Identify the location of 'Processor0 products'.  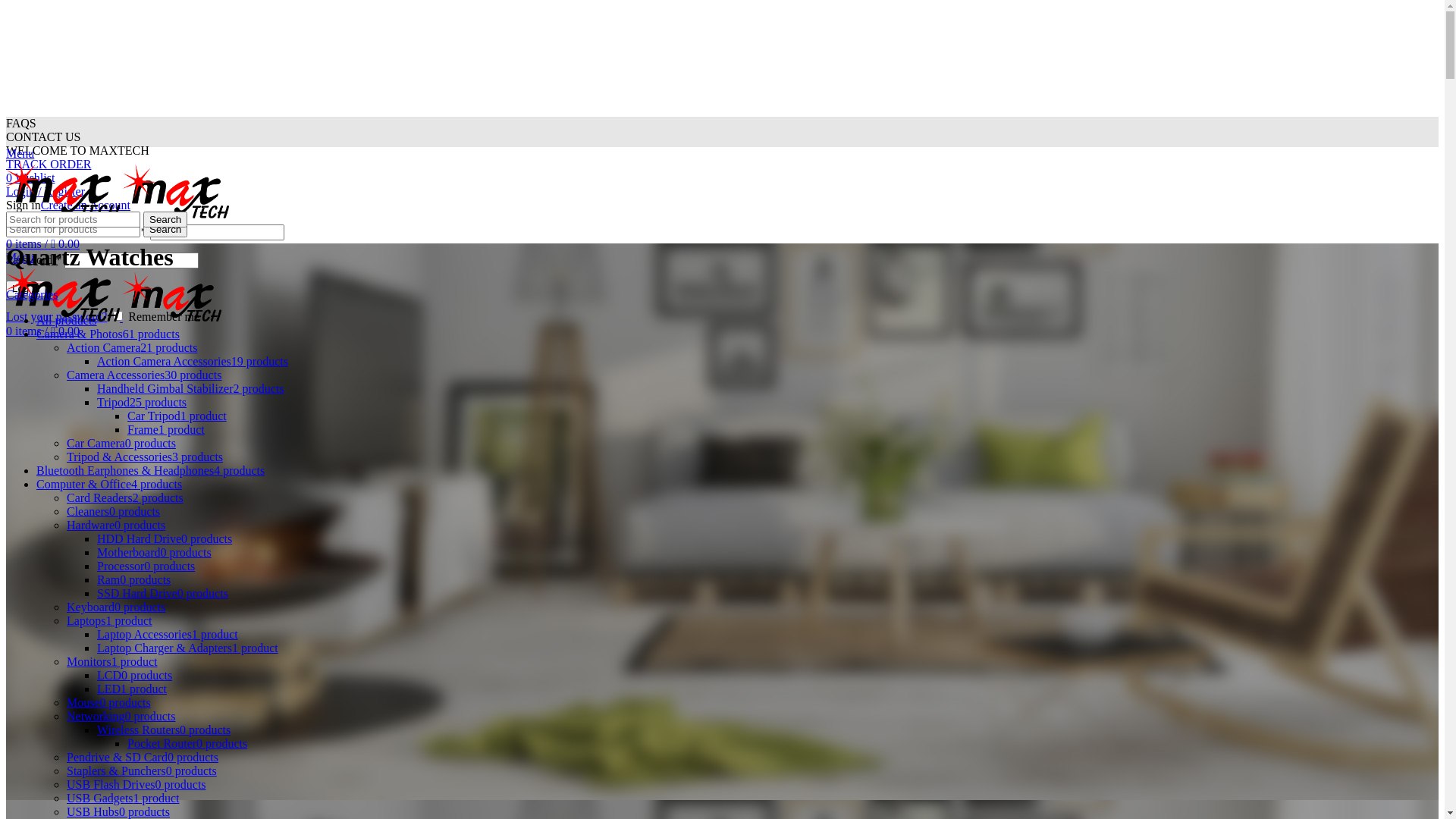
(146, 566).